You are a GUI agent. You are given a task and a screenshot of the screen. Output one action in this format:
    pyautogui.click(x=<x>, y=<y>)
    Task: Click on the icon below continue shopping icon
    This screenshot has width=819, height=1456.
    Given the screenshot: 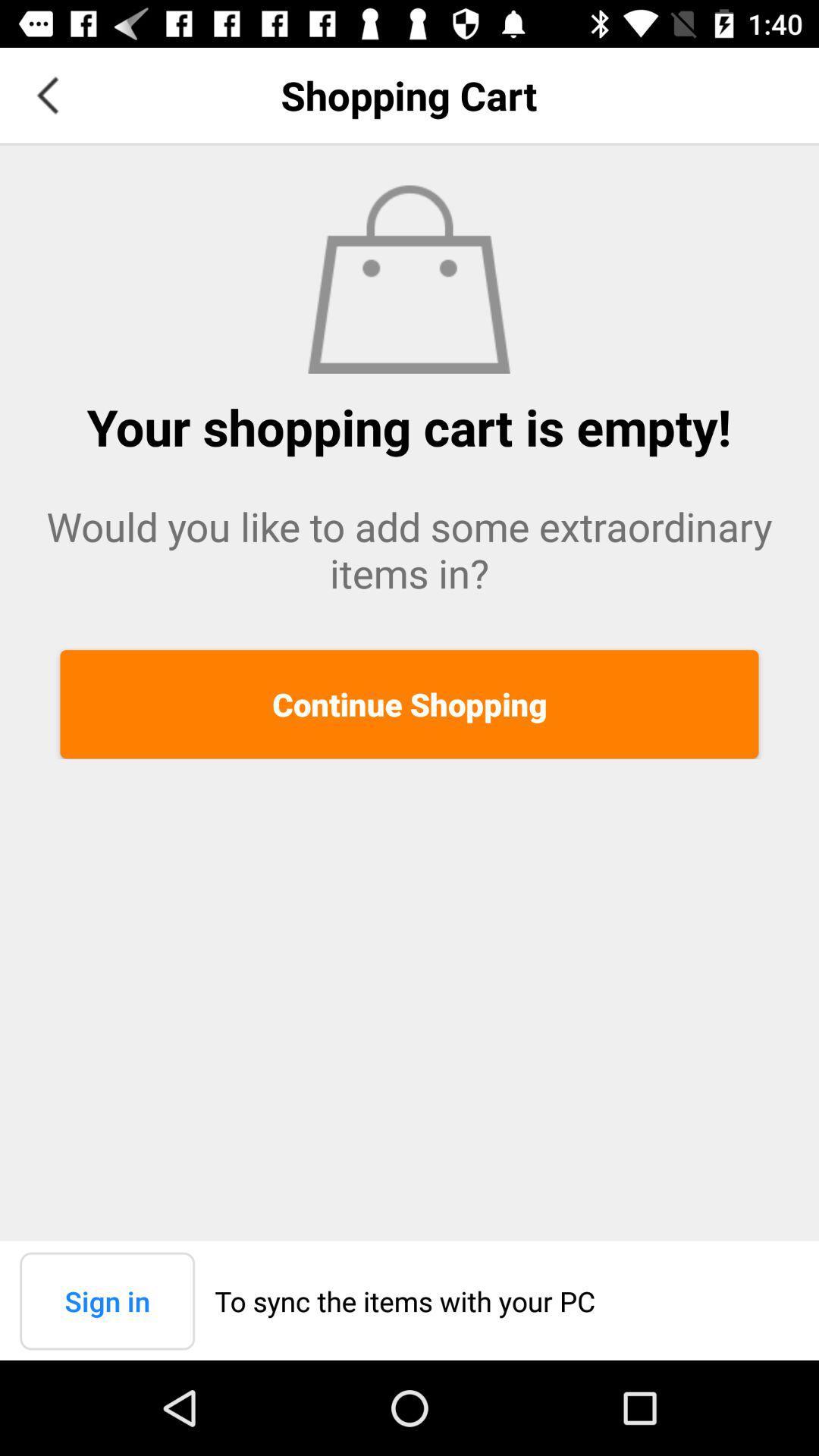 What is the action you would take?
    pyautogui.click(x=106, y=1300)
    